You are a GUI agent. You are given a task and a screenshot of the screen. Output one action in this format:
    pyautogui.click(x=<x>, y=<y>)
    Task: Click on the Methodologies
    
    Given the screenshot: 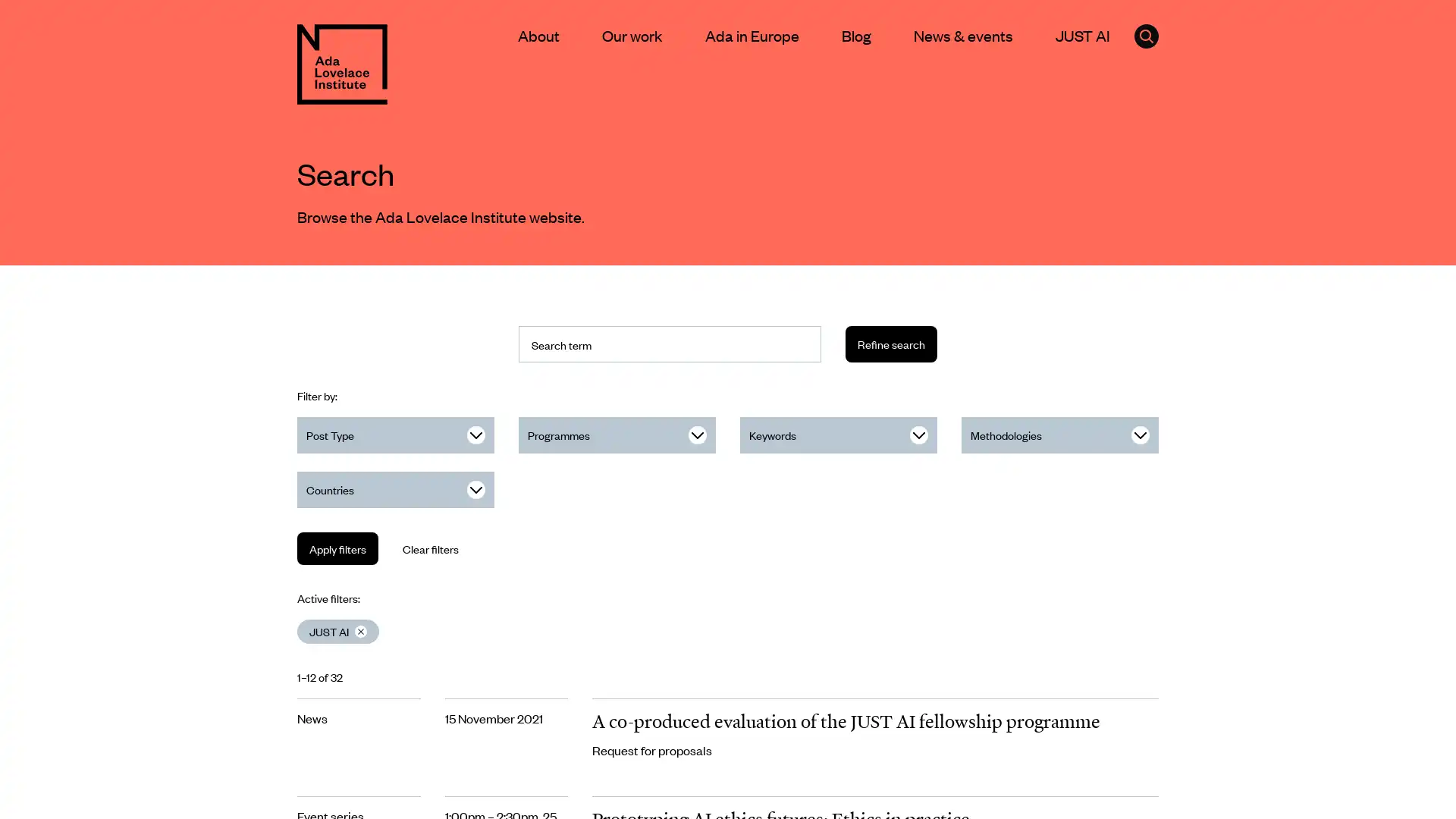 What is the action you would take?
    pyautogui.click(x=1059, y=435)
    